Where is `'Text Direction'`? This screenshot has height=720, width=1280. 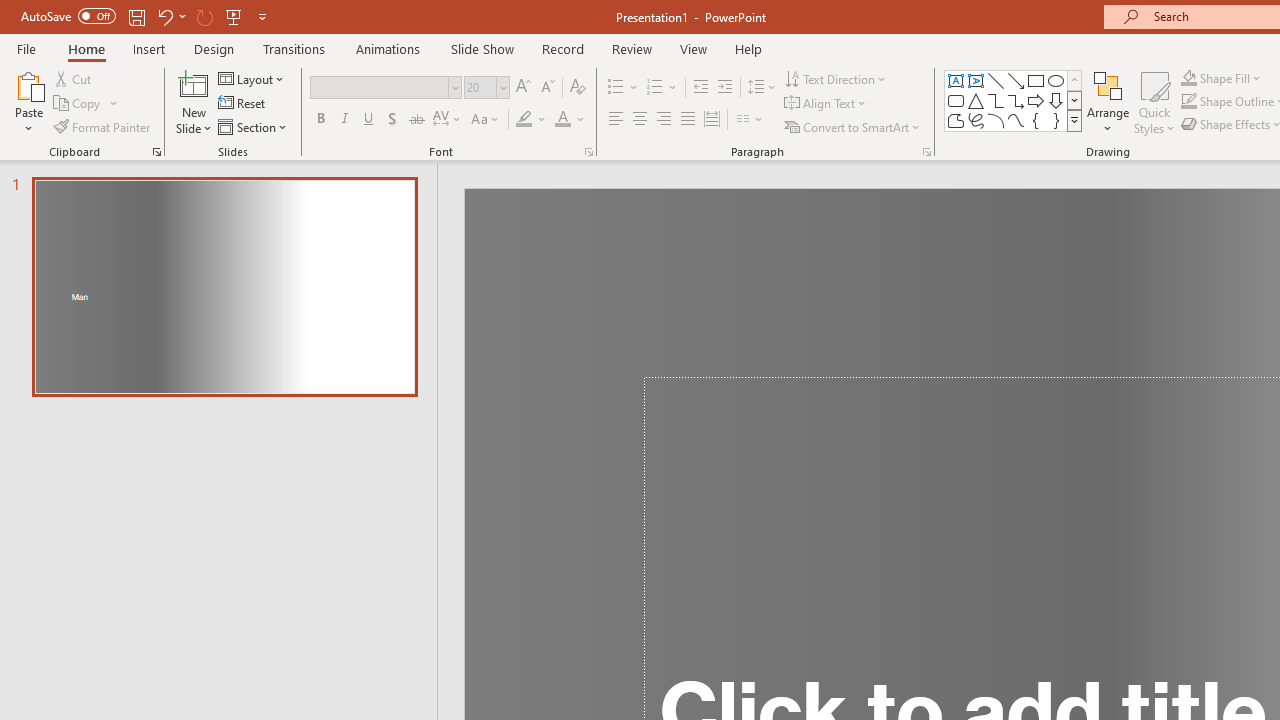
'Text Direction' is located at coordinates (837, 78).